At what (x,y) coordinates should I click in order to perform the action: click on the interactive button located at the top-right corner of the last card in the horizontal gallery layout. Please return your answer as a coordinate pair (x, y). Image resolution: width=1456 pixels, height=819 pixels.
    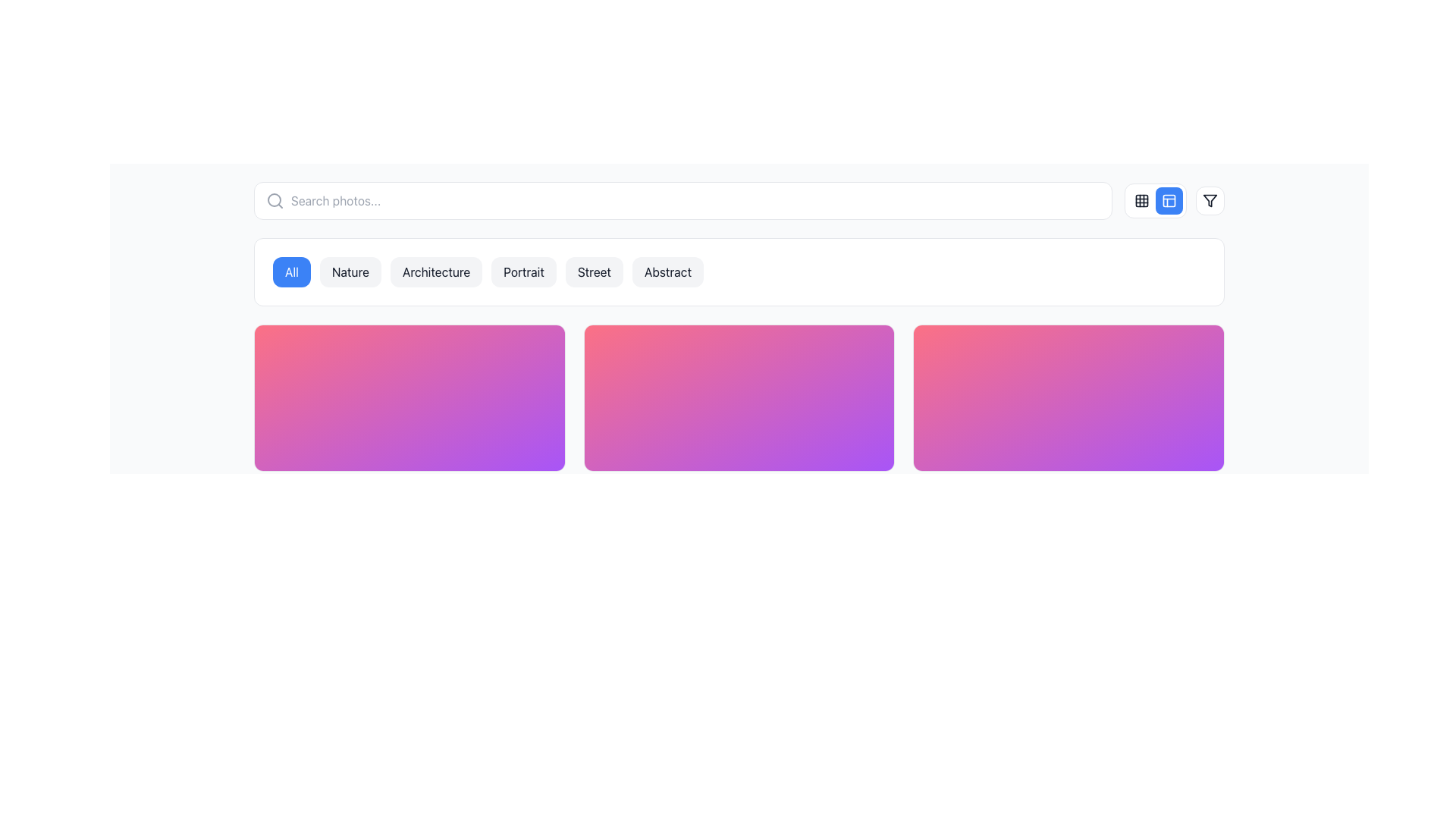
    Looking at the image, I should click on (1166, 350).